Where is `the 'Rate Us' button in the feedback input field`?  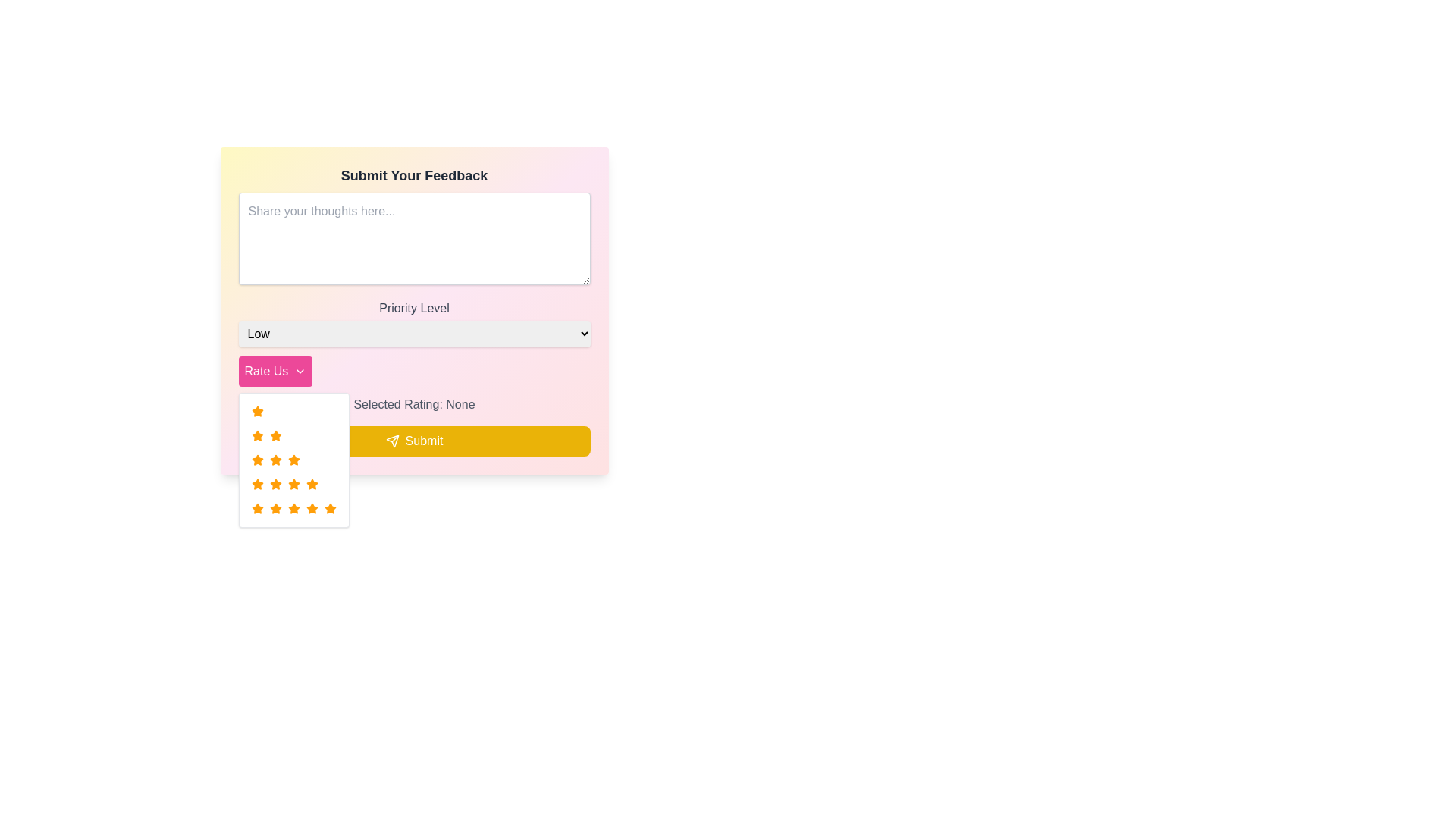 the 'Rate Us' button in the feedback input field is located at coordinates (414, 371).